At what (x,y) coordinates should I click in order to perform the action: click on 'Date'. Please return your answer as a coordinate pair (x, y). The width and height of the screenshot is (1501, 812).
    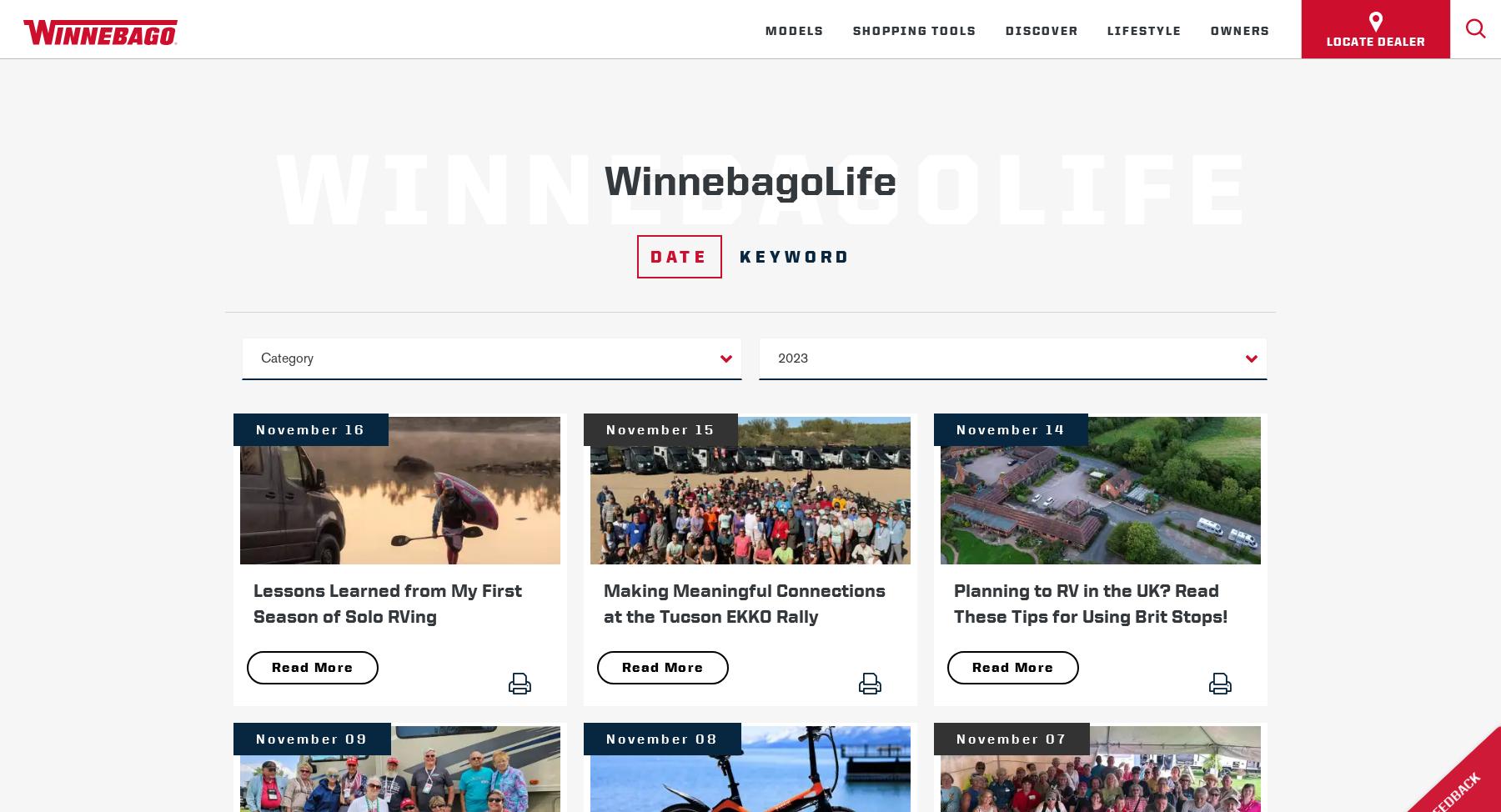
    Looking at the image, I should click on (678, 255).